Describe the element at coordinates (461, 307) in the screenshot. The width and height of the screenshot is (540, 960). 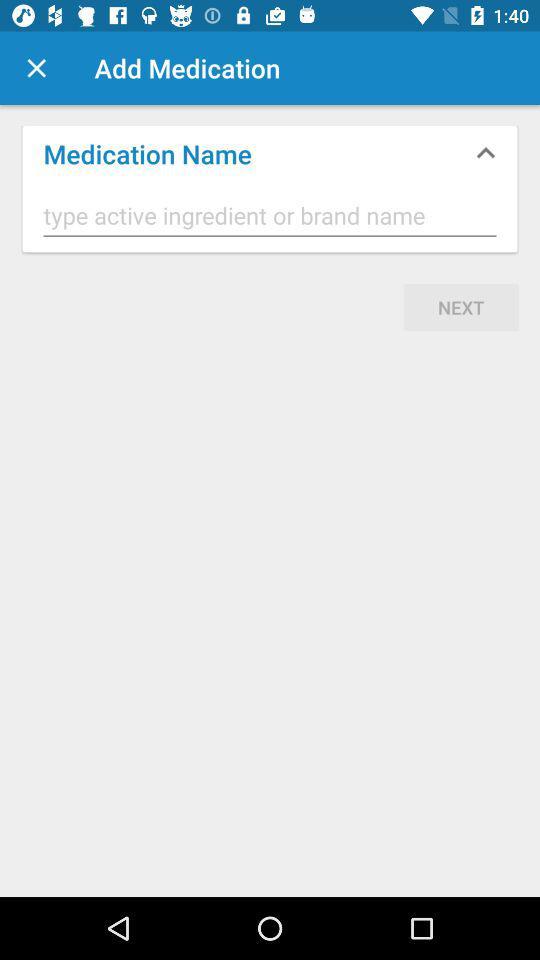
I see `next item` at that location.